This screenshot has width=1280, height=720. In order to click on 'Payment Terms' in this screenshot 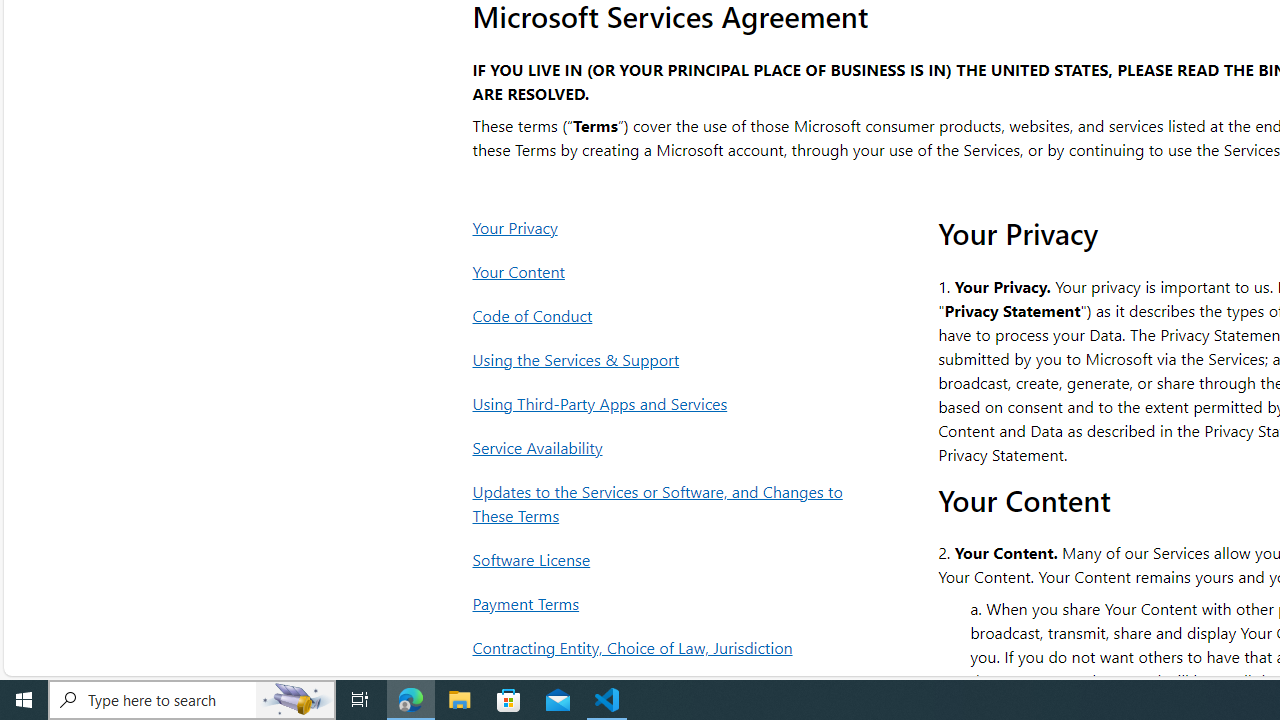, I will do `click(663, 602)`.